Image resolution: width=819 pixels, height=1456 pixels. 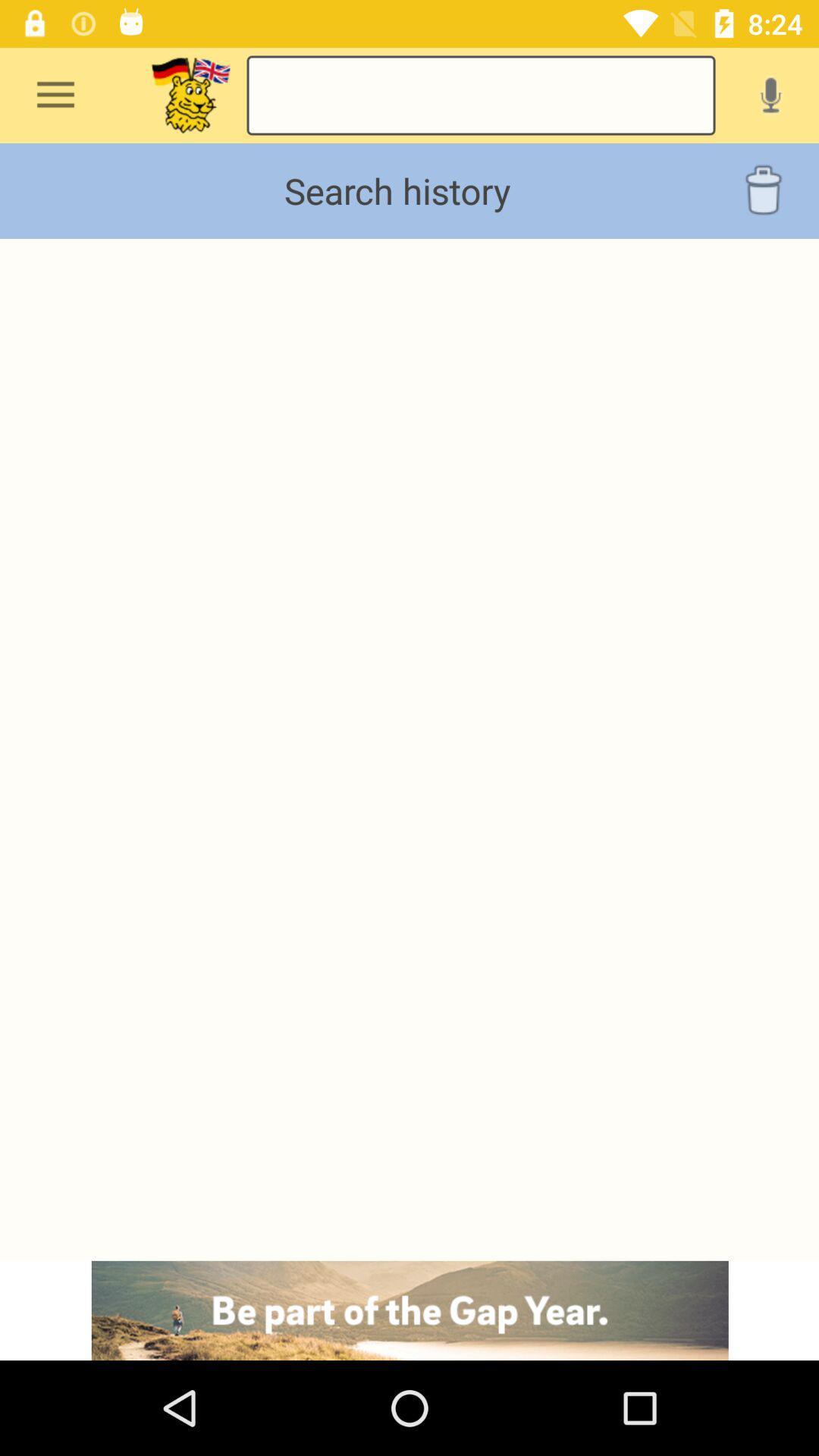 I want to click on delete the history, so click(x=763, y=190).